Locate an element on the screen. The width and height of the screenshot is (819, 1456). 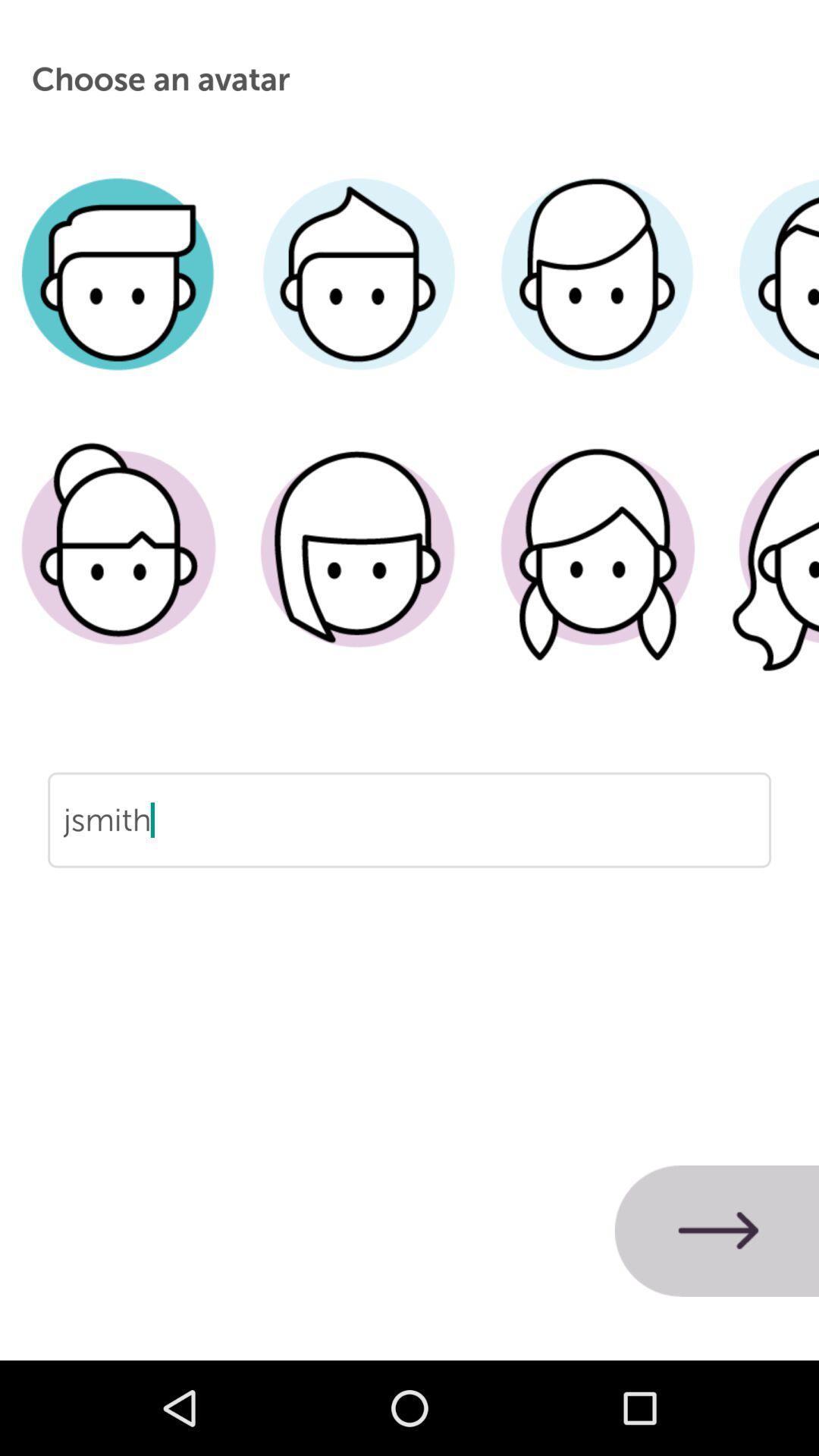
the second male avatar is located at coordinates (358, 297).